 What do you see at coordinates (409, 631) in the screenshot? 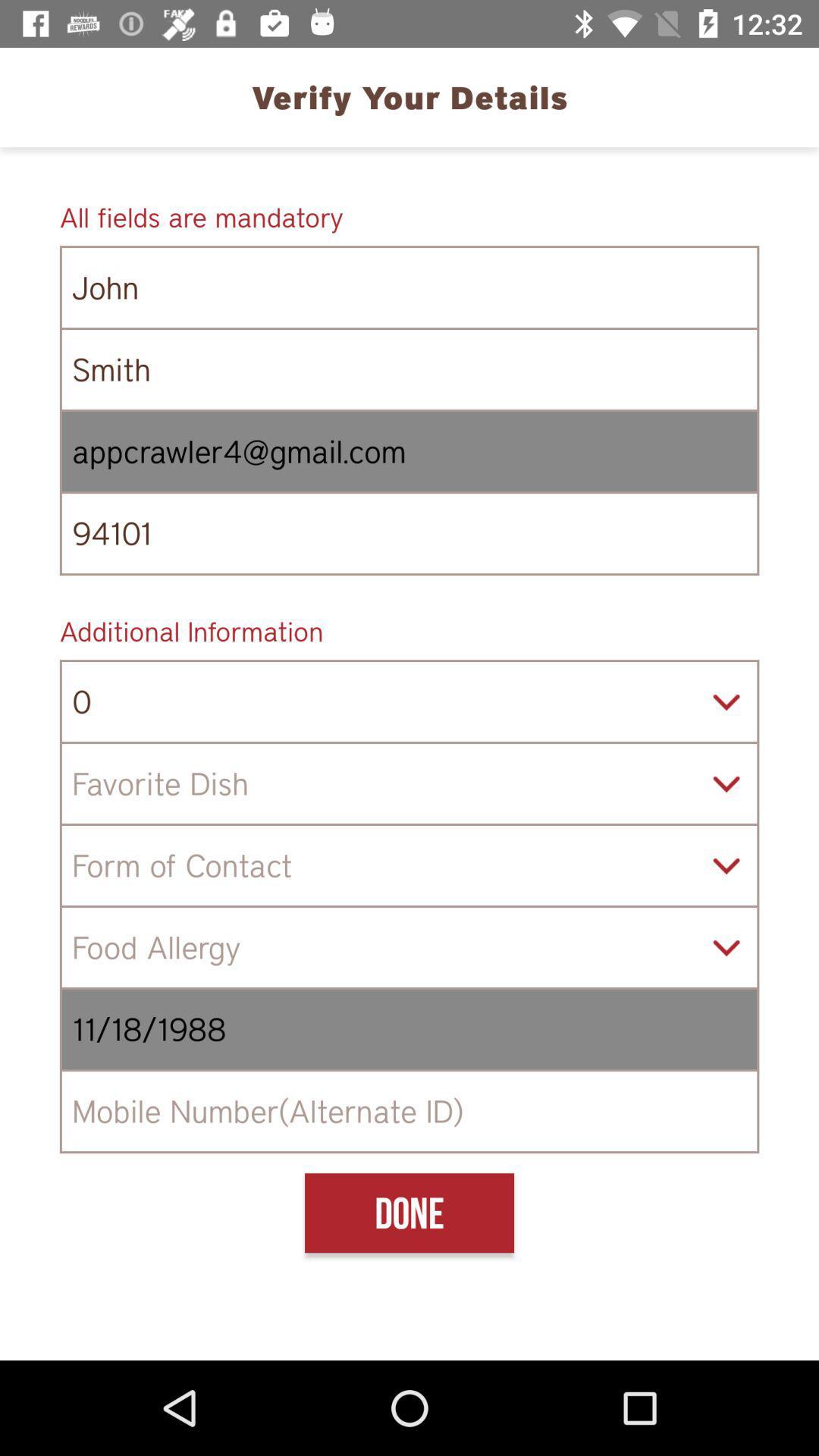
I see `icon below 94101 item` at bounding box center [409, 631].